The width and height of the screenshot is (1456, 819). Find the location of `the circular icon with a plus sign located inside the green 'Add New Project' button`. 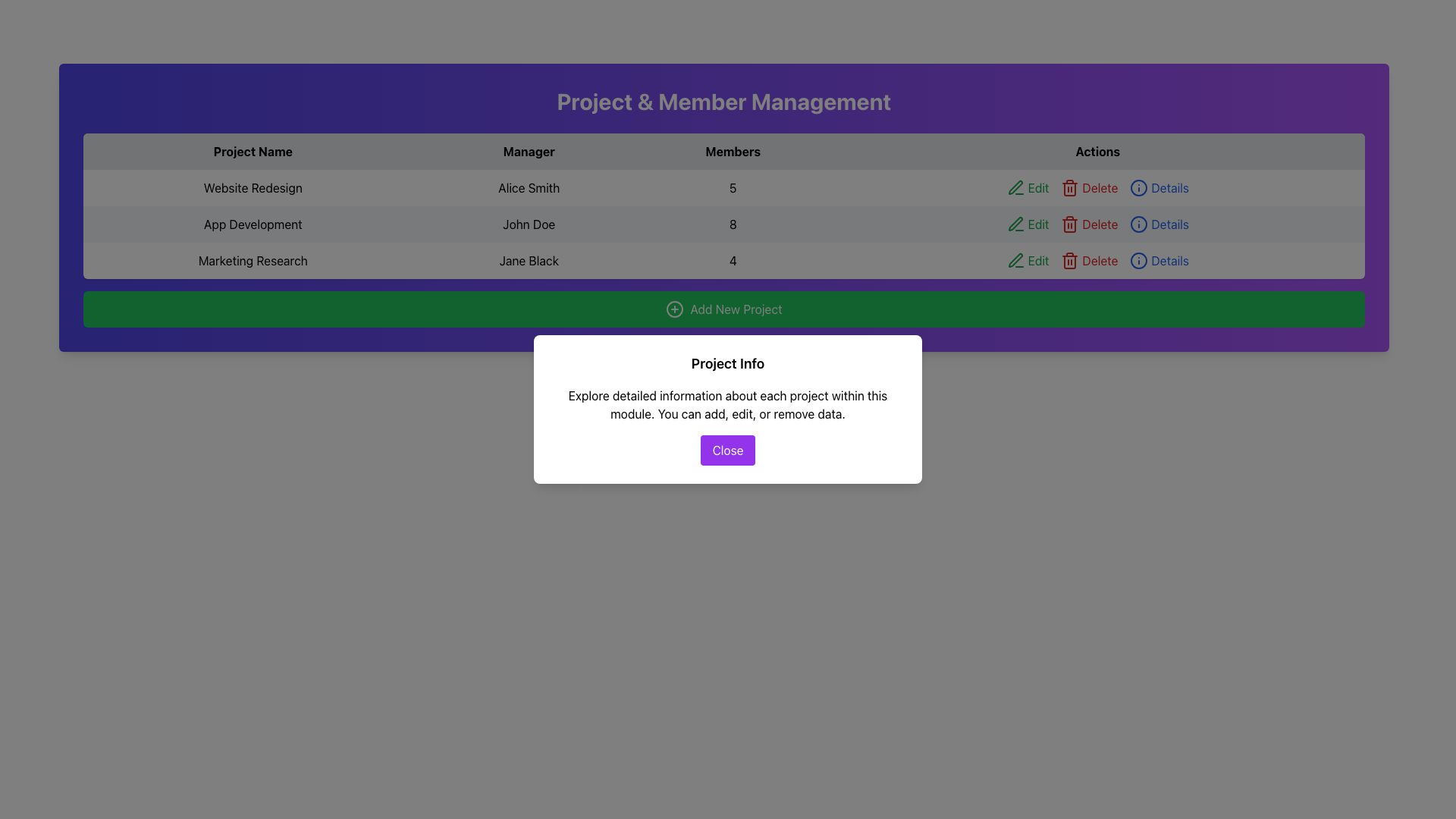

the circular icon with a plus sign located inside the green 'Add New Project' button is located at coordinates (674, 309).